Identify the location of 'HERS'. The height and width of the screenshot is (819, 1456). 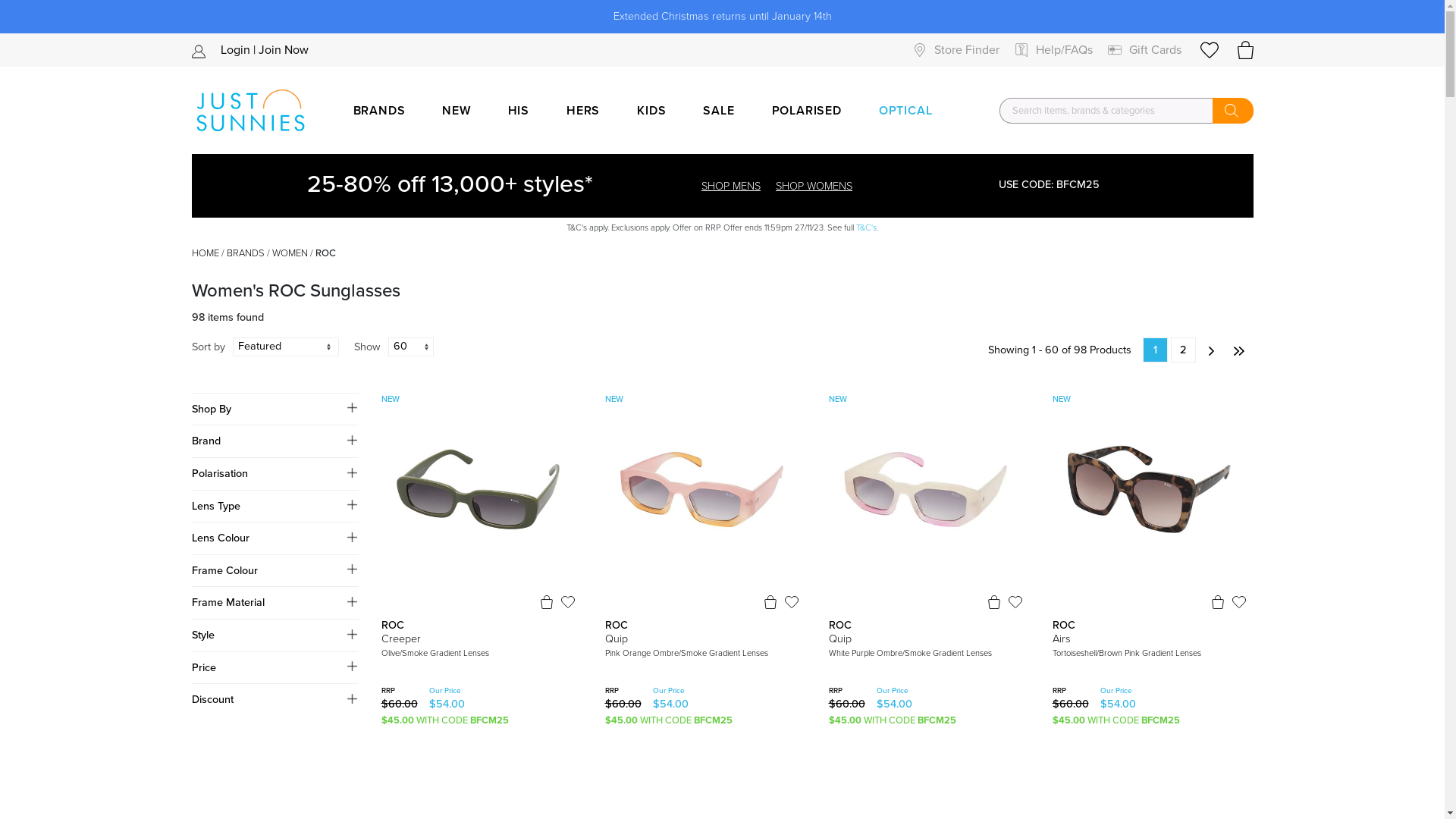
(552, 109).